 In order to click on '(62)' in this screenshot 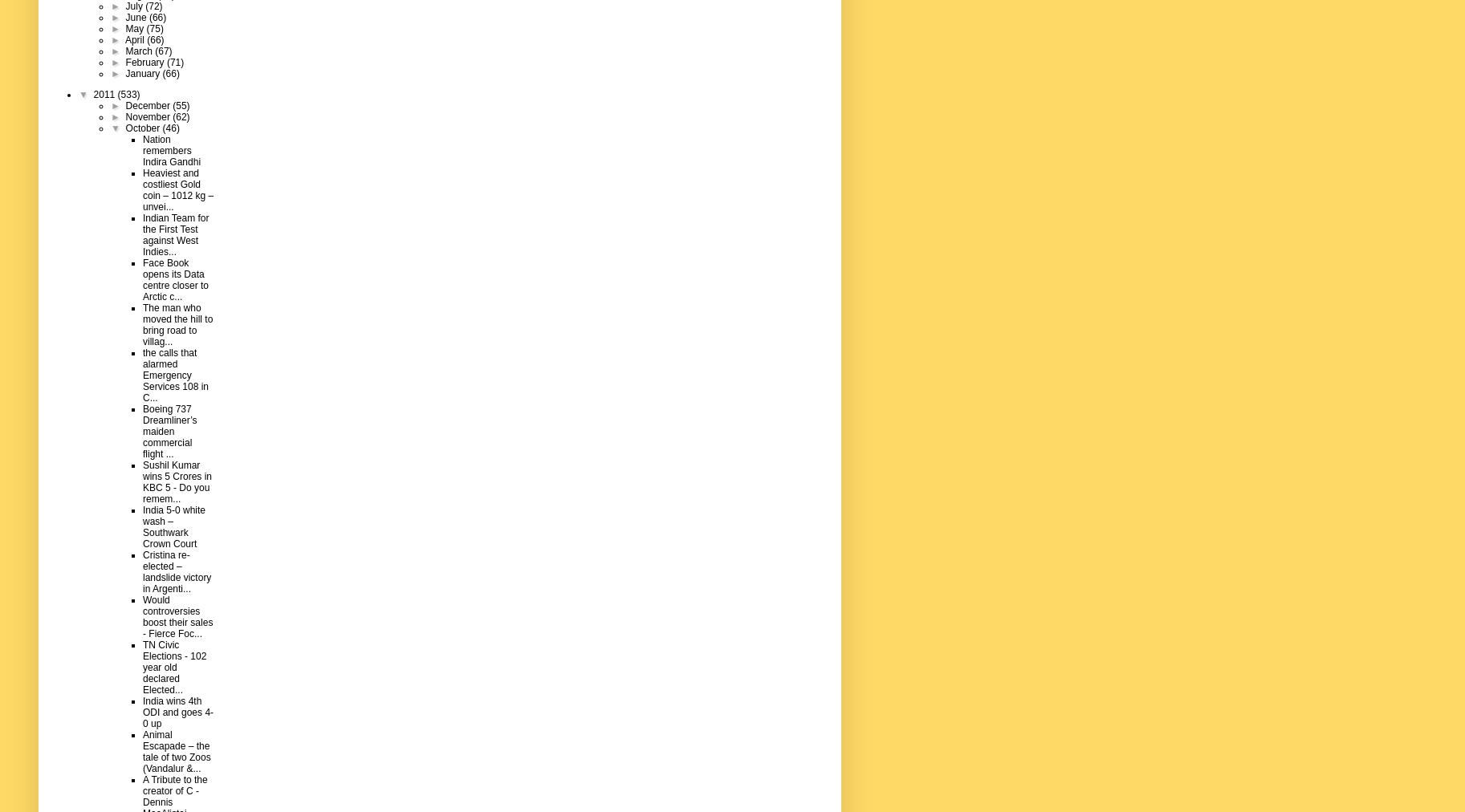, I will do `click(181, 116)`.